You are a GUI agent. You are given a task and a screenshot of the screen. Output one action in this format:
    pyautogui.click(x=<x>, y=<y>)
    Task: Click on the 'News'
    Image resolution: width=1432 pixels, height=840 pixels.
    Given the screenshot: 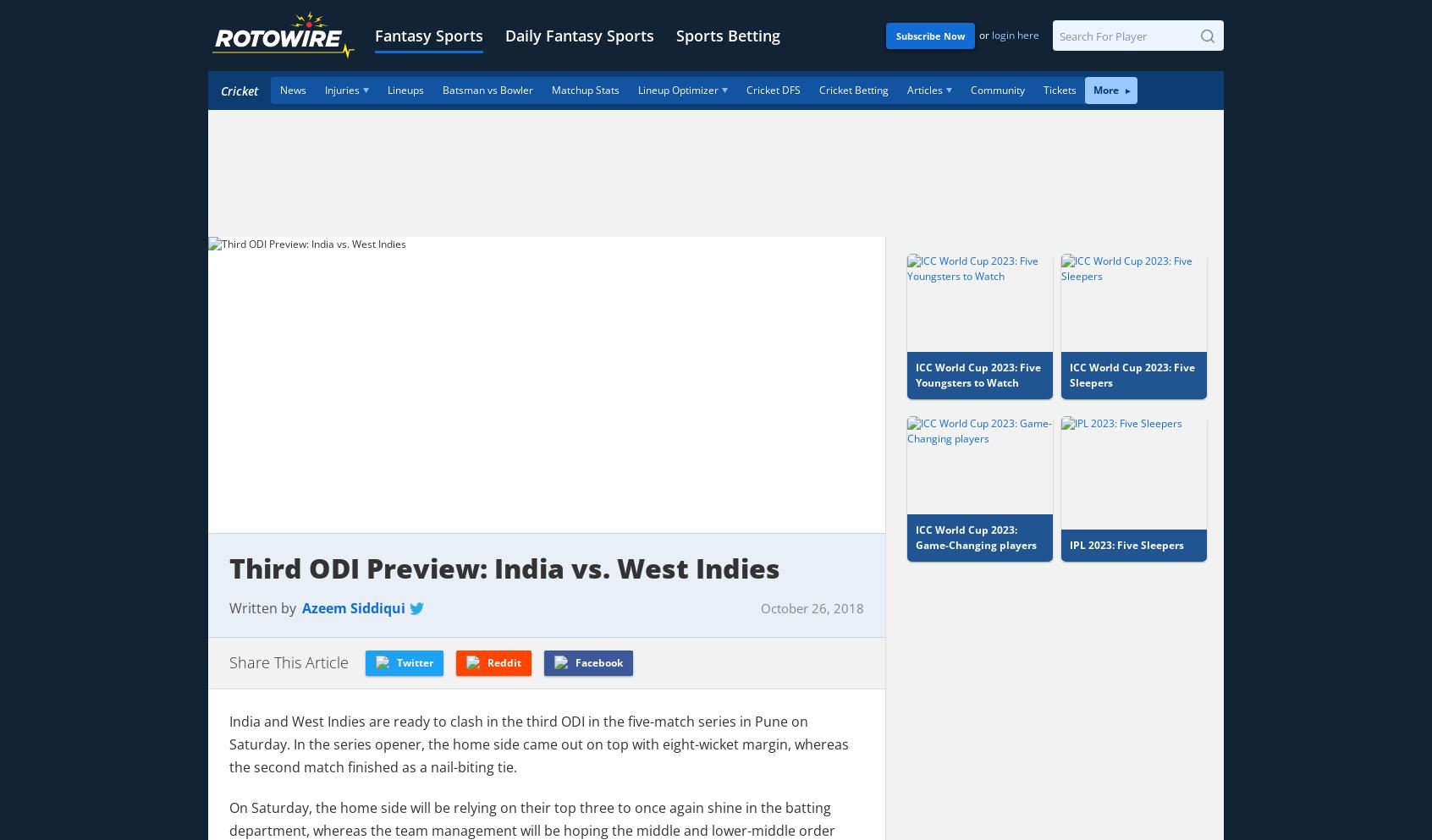 What is the action you would take?
    pyautogui.click(x=292, y=89)
    